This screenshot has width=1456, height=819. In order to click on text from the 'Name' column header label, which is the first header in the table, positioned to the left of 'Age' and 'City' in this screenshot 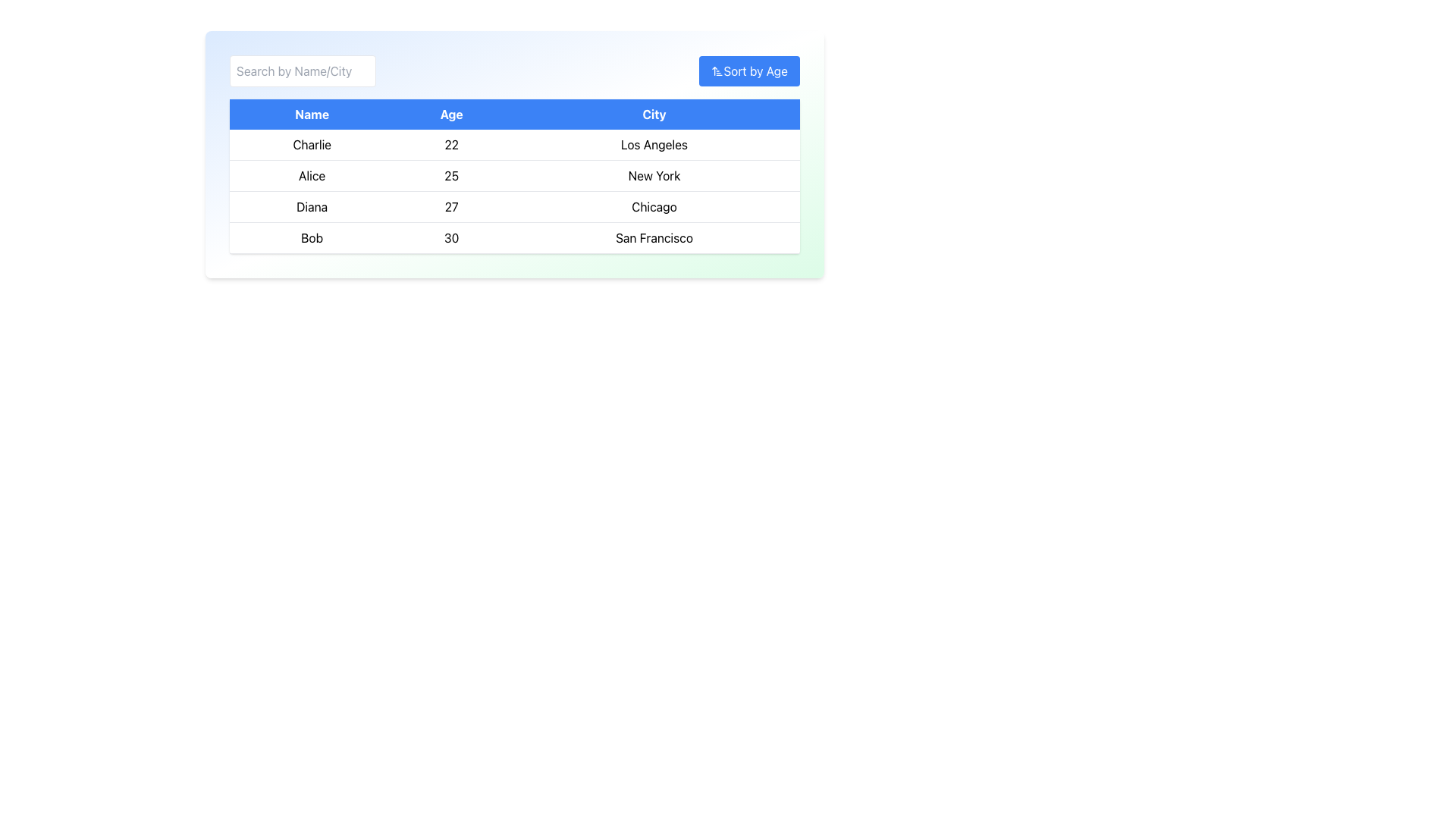, I will do `click(311, 113)`.